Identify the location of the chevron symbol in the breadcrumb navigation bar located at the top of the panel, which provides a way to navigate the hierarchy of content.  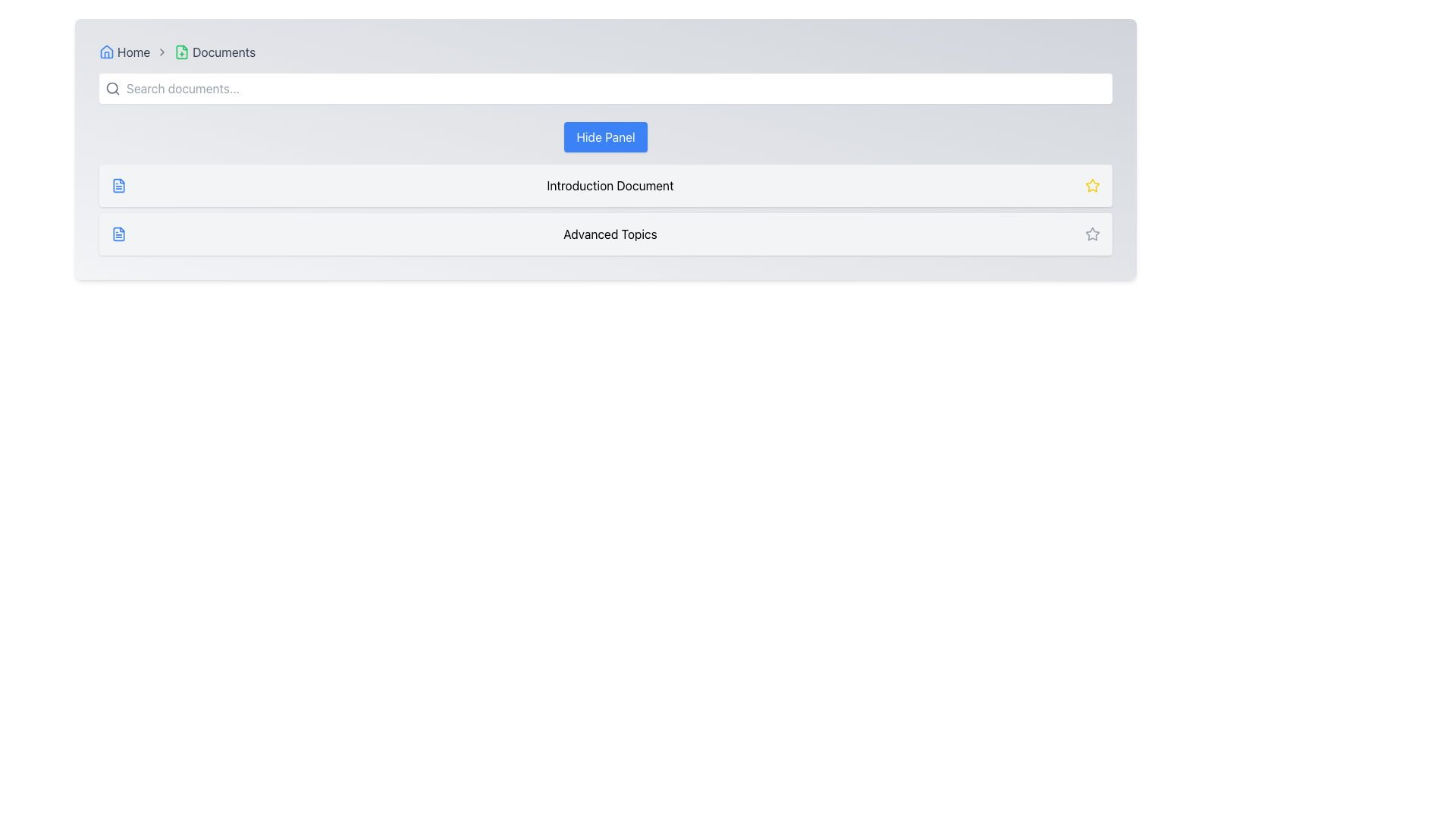
(604, 52).